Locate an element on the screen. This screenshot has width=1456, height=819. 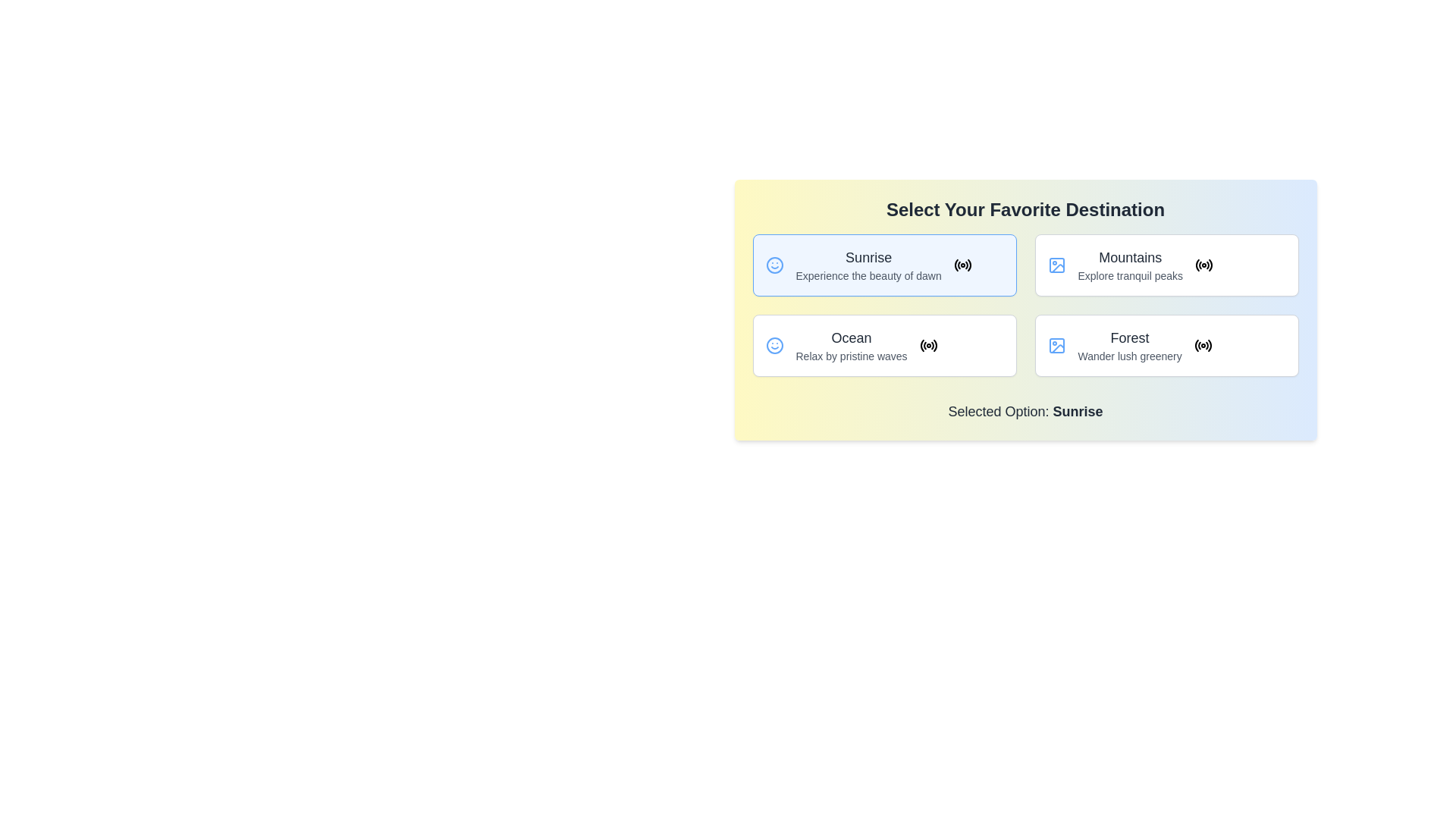
the descriptive text element titled 'Sunrise' with the subtitle 'Experience the beauty of dawn', which is located in the upper-left quadrant under 'Select Your Favorite Destination' is located at coordinates (868, 265).